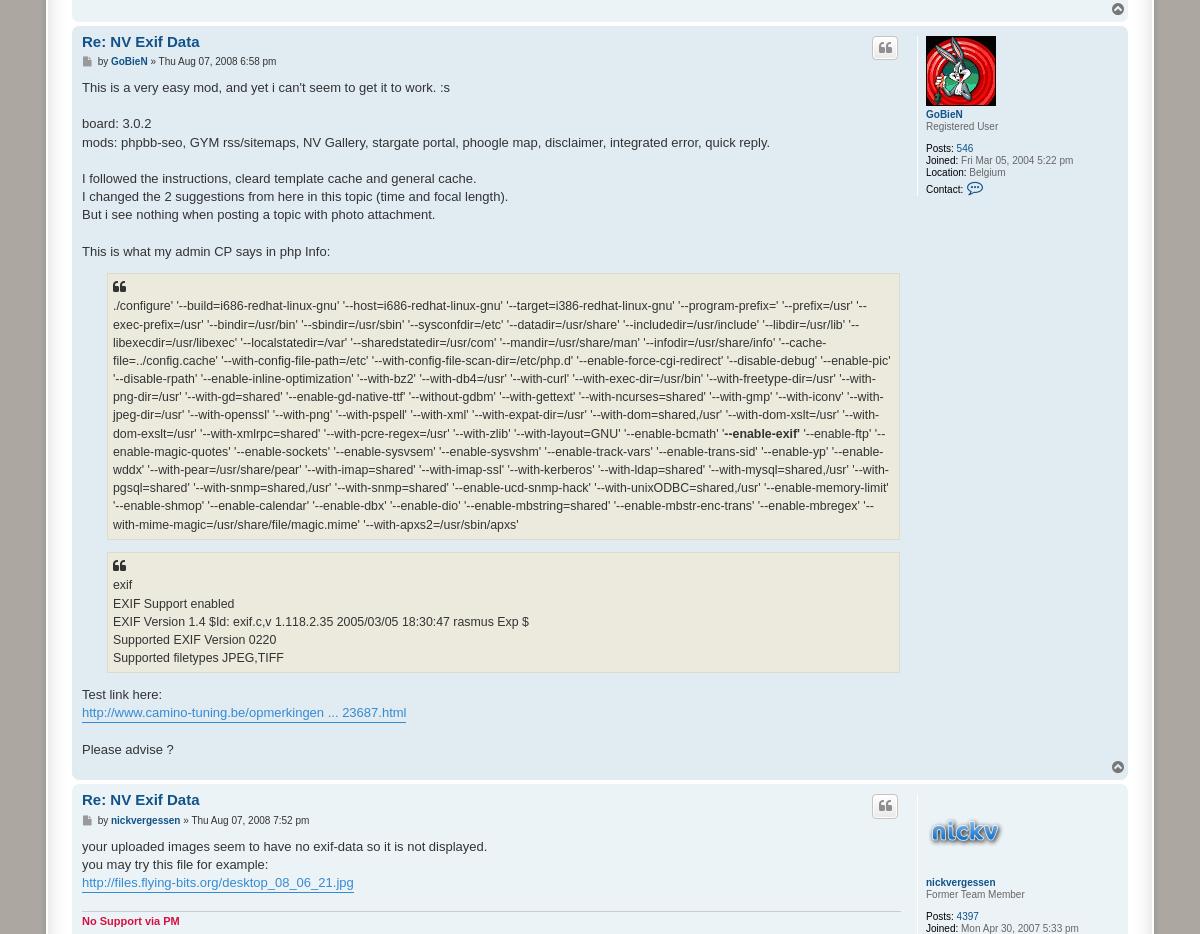 The width and height of the screenshot is (1200, 934). What do you see at coordinates (426, 141) in the screenshot?
I see `'mods: phpbb-seo, GYM rss/sitemaps, NV Gallery, stargate portal, phoogle map, disclaimer, integrated error, quick reply.'` at bounding box center [426, 141].